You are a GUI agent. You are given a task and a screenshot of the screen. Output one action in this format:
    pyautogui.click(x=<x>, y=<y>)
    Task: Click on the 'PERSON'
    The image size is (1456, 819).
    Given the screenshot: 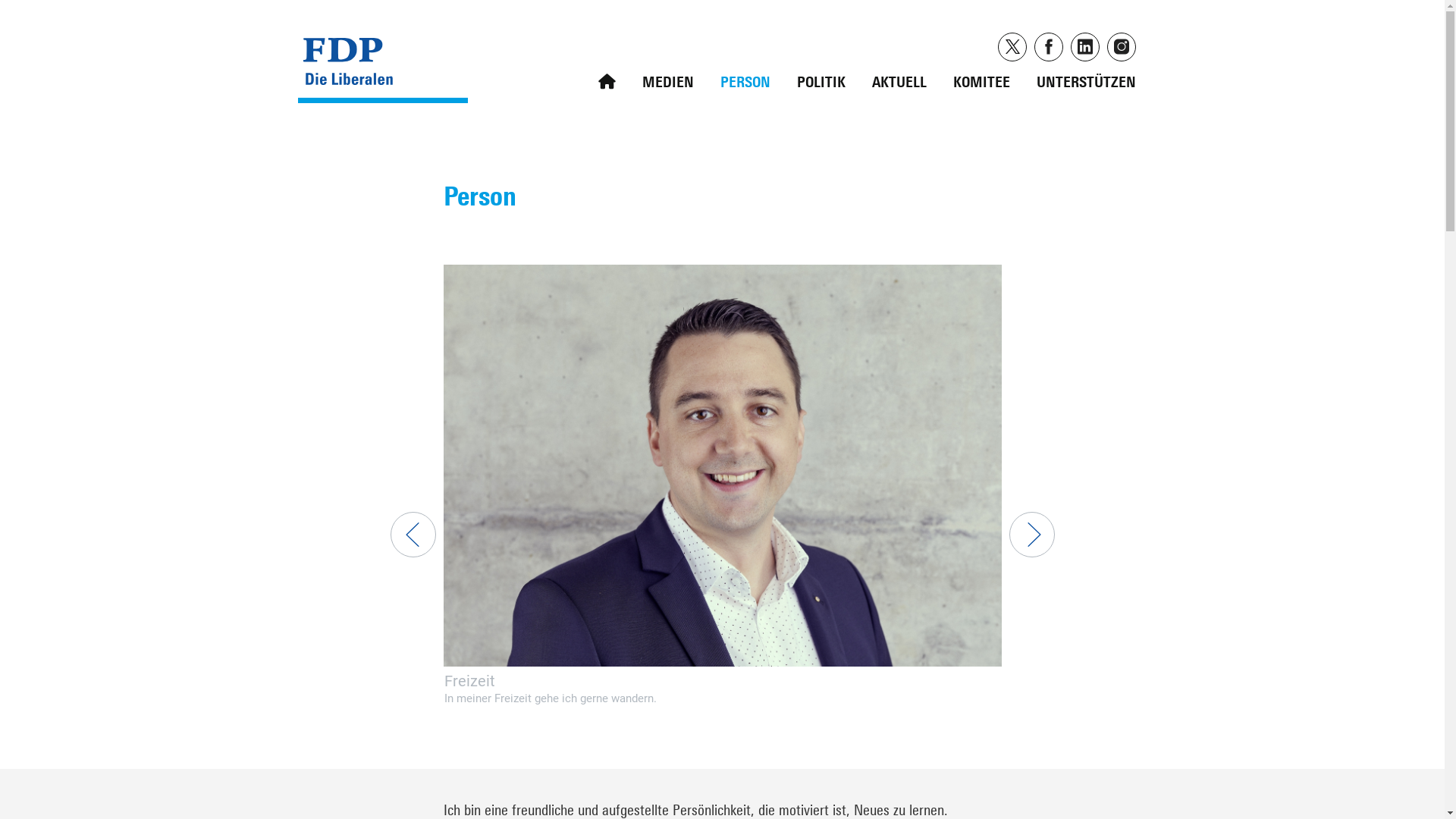 What is the action you would take?
    pyautogui.click(x=745, y=78)
    